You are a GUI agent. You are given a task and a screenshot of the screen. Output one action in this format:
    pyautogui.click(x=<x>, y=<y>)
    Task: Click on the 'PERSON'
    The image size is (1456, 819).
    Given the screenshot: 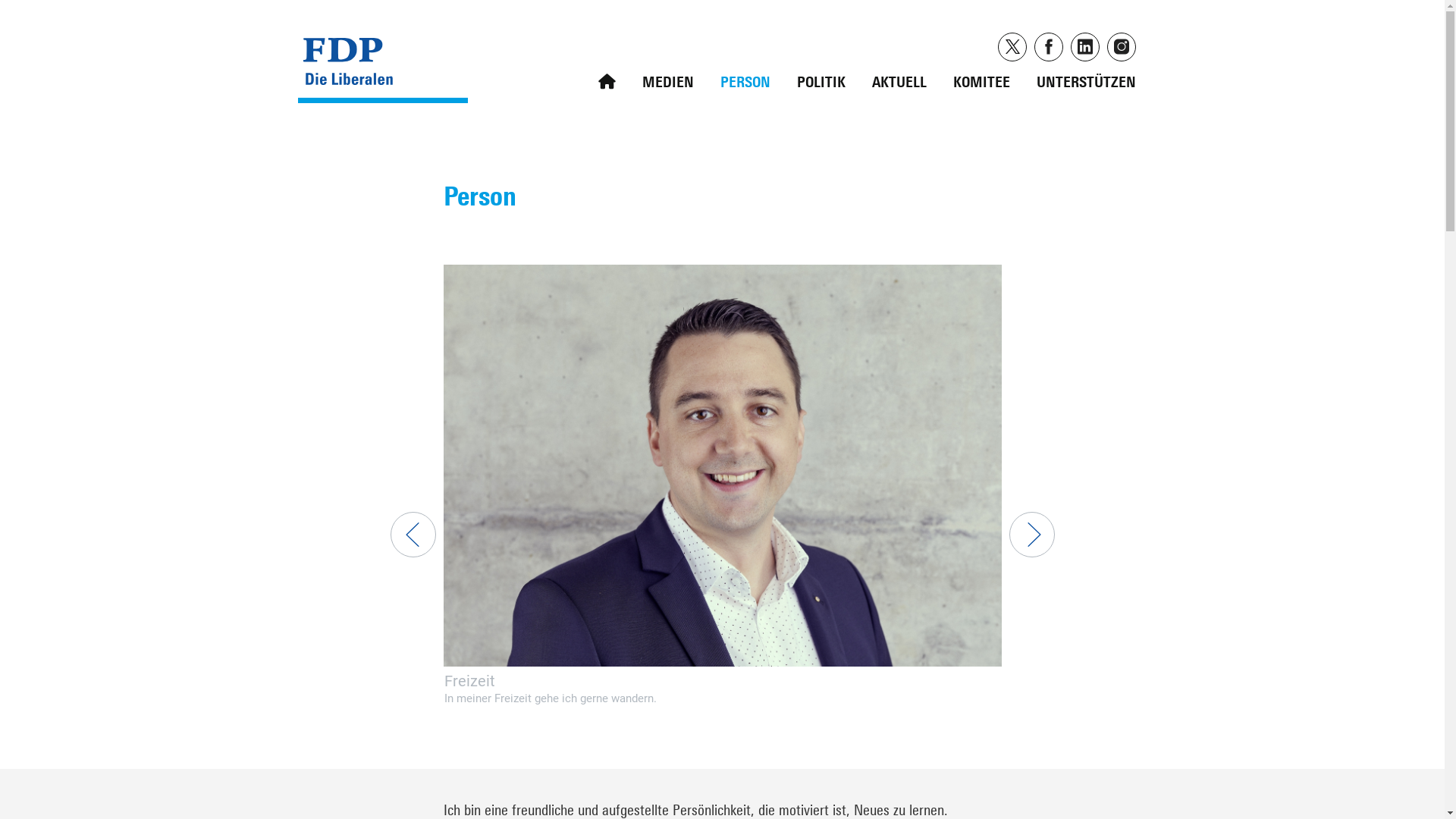 What is the action you would take?
    pyautogui.click(x=745, y=78)
    